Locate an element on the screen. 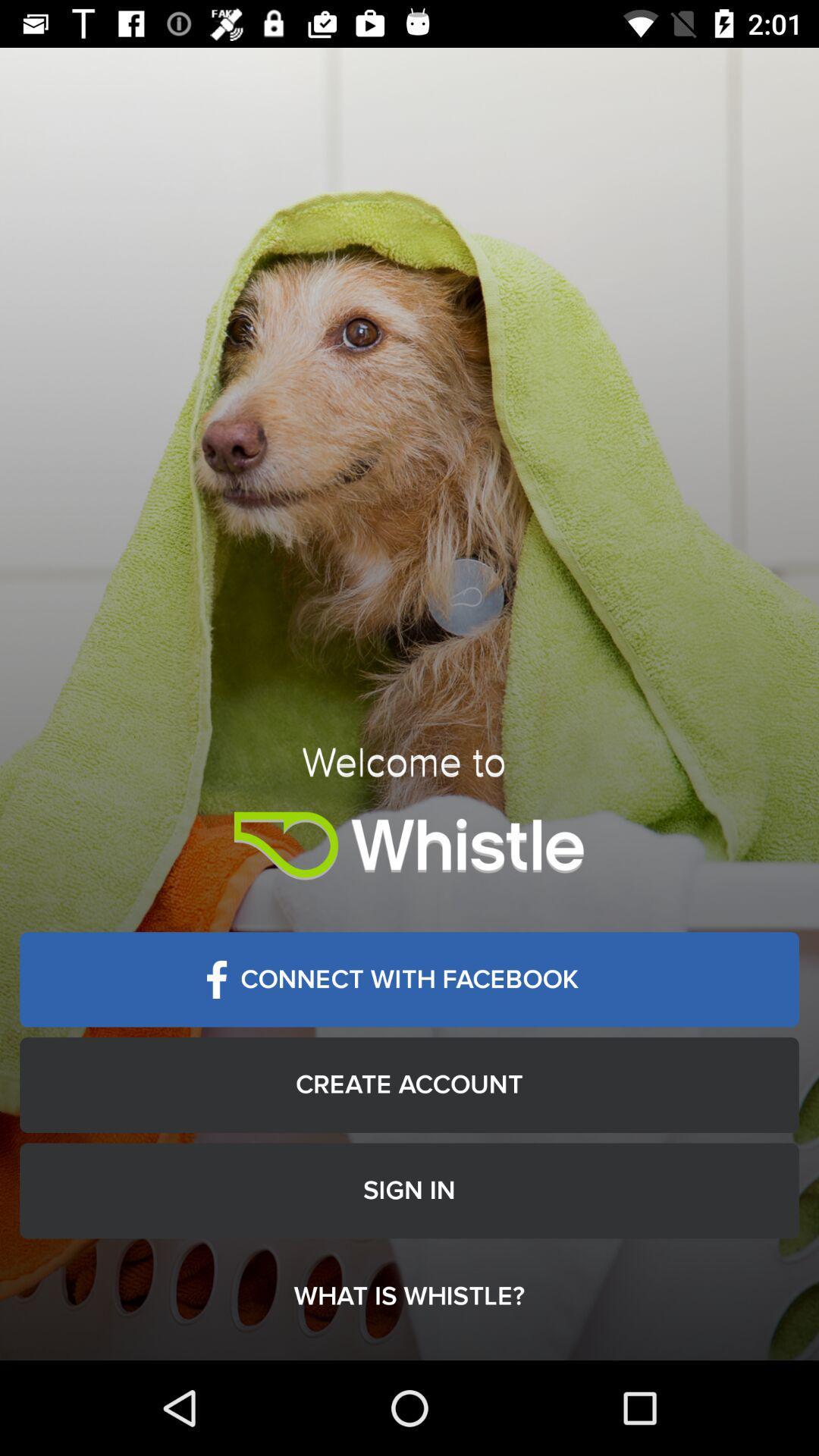  item above create account icon is located at coordinates (409, 979).